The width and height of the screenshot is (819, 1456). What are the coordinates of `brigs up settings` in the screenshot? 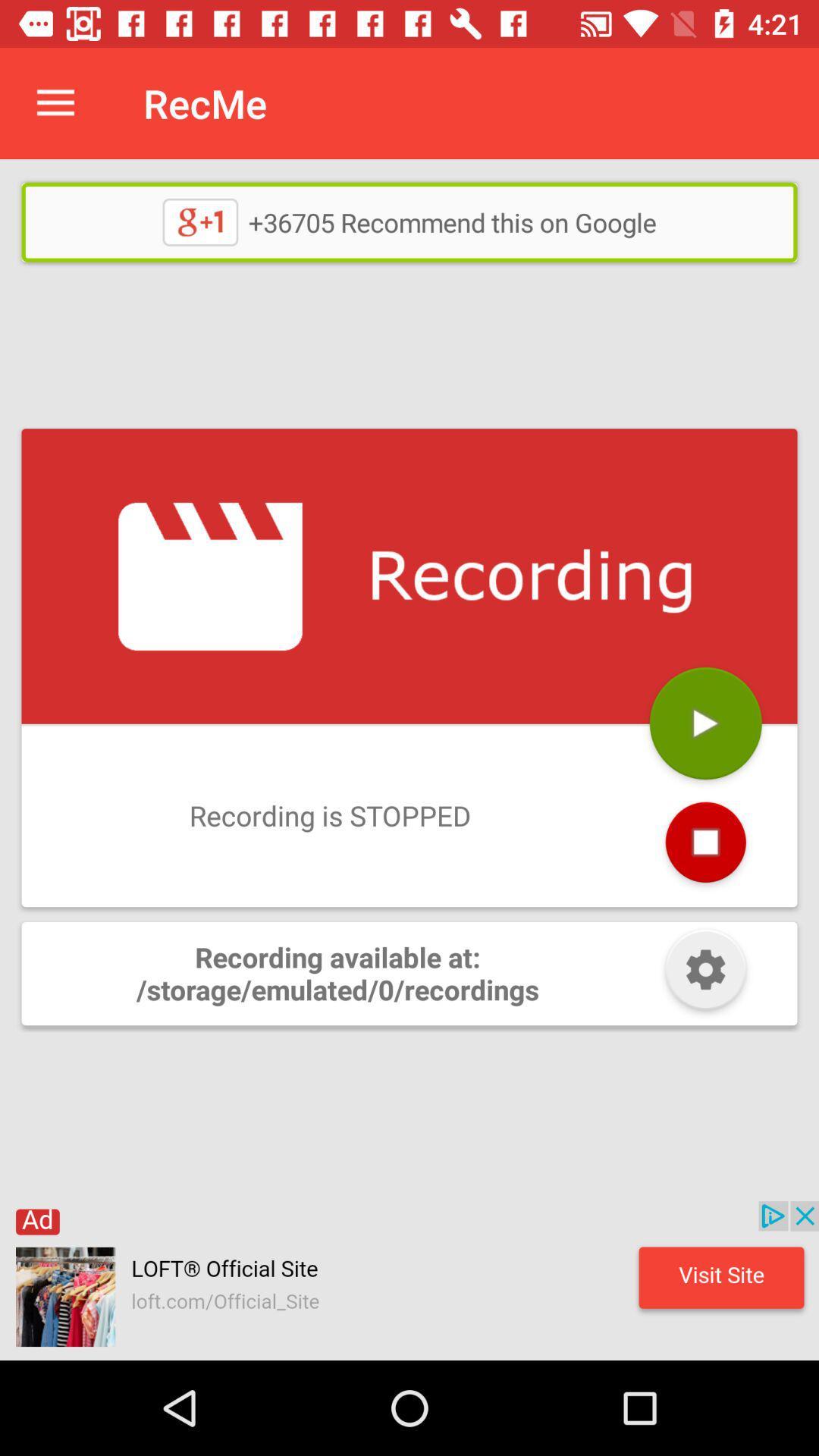 It's located at (705, 973).